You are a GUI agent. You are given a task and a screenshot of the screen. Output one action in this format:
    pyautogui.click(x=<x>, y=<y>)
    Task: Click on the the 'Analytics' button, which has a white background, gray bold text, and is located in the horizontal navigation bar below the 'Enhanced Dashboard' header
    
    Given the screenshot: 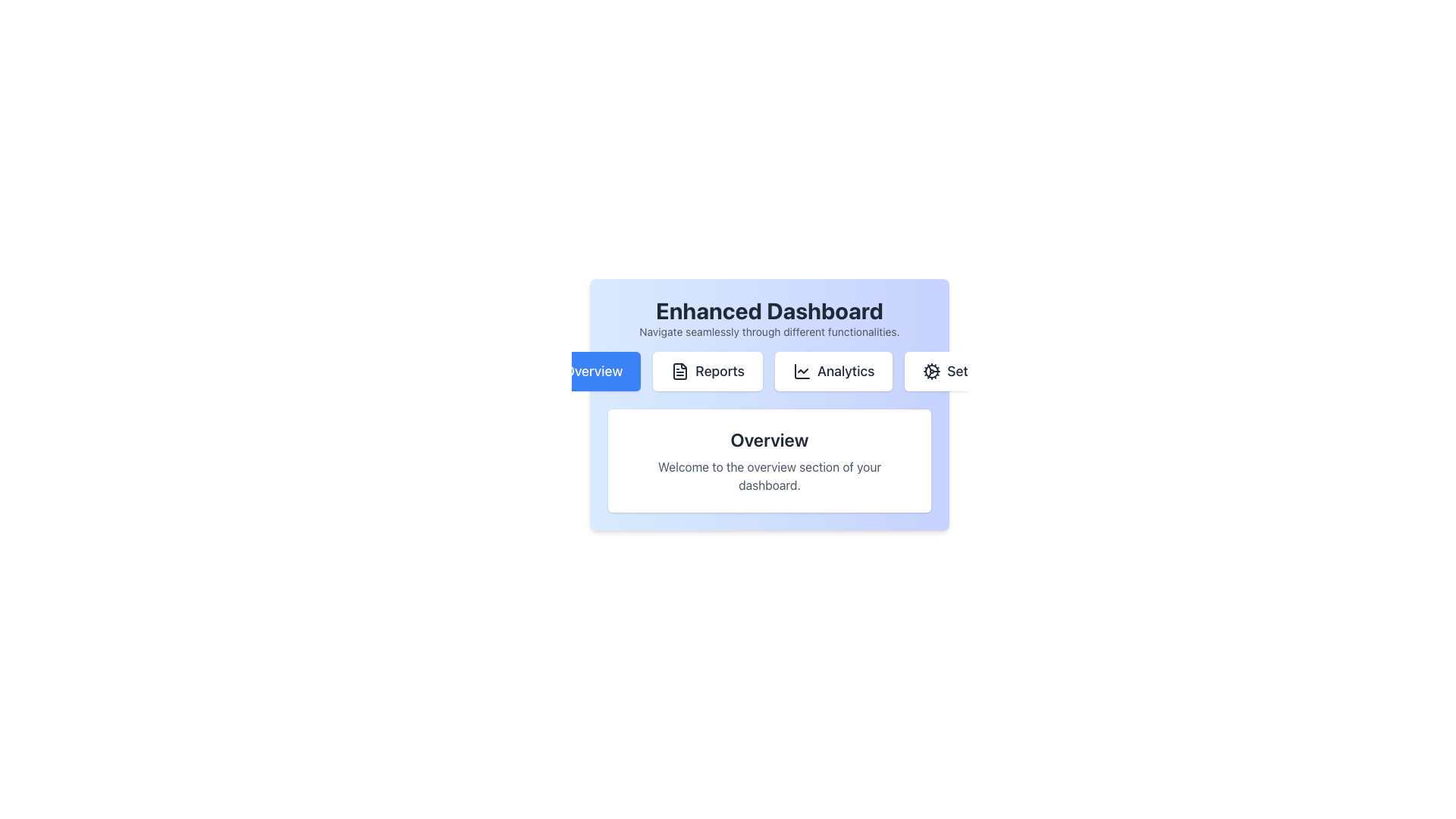 What is the action you would take?
    pyautogui.click(x=833, y=371)
    